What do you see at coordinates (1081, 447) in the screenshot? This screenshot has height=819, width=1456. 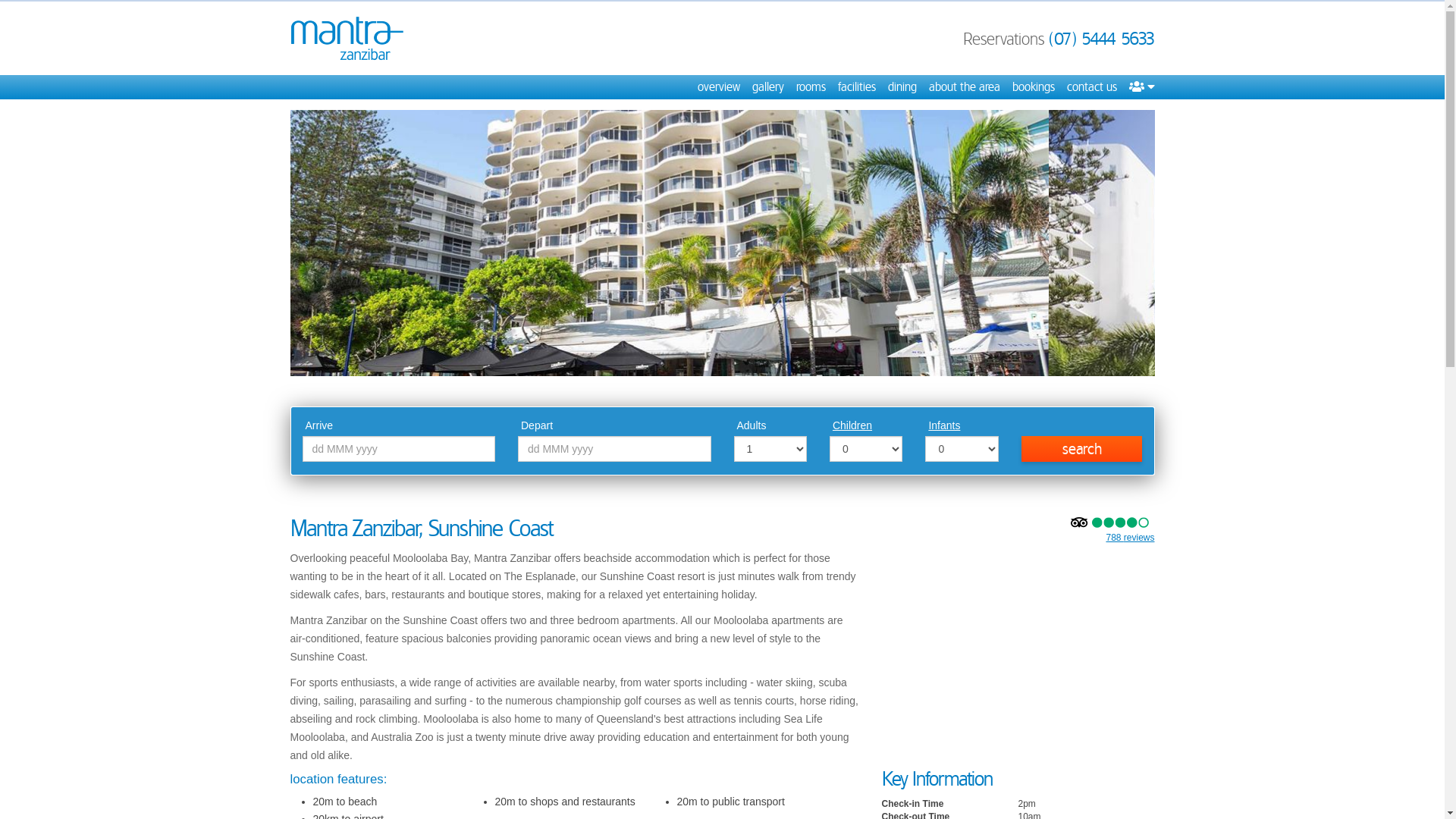 I see `'search'` at bounding box center [1081, 447].